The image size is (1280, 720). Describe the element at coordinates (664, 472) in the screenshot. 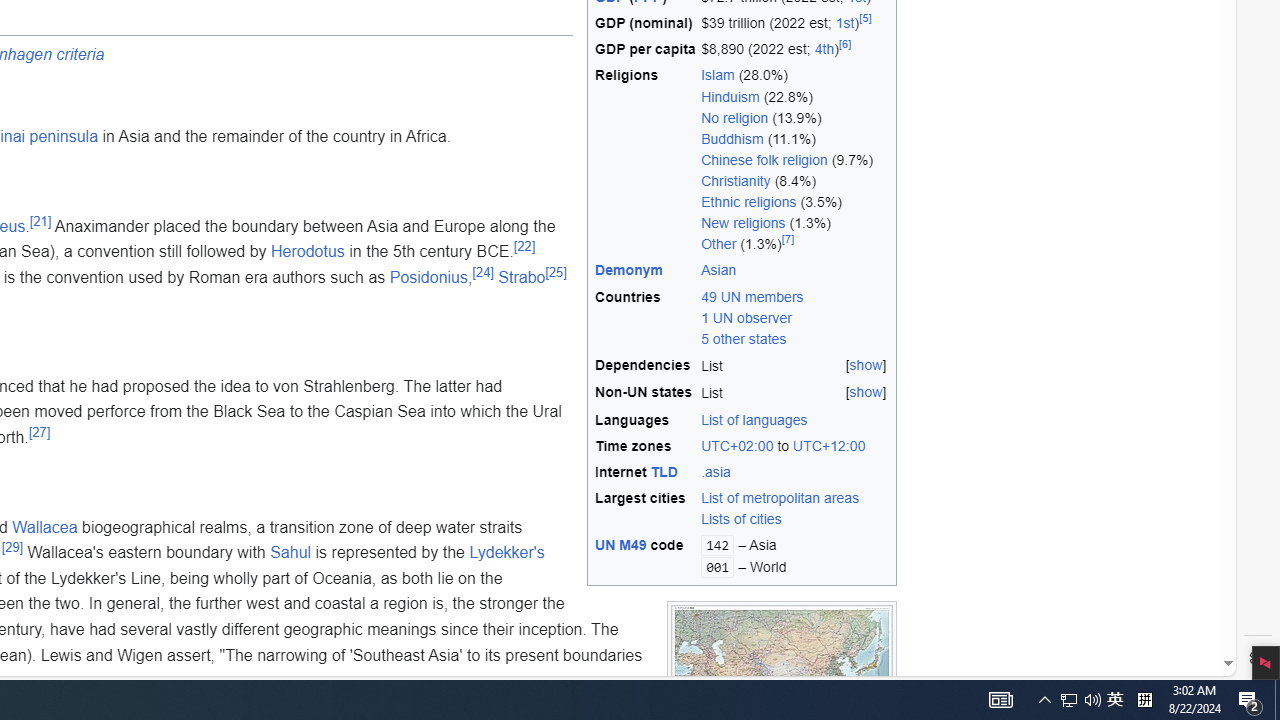

I see `'TLD'` at that location.